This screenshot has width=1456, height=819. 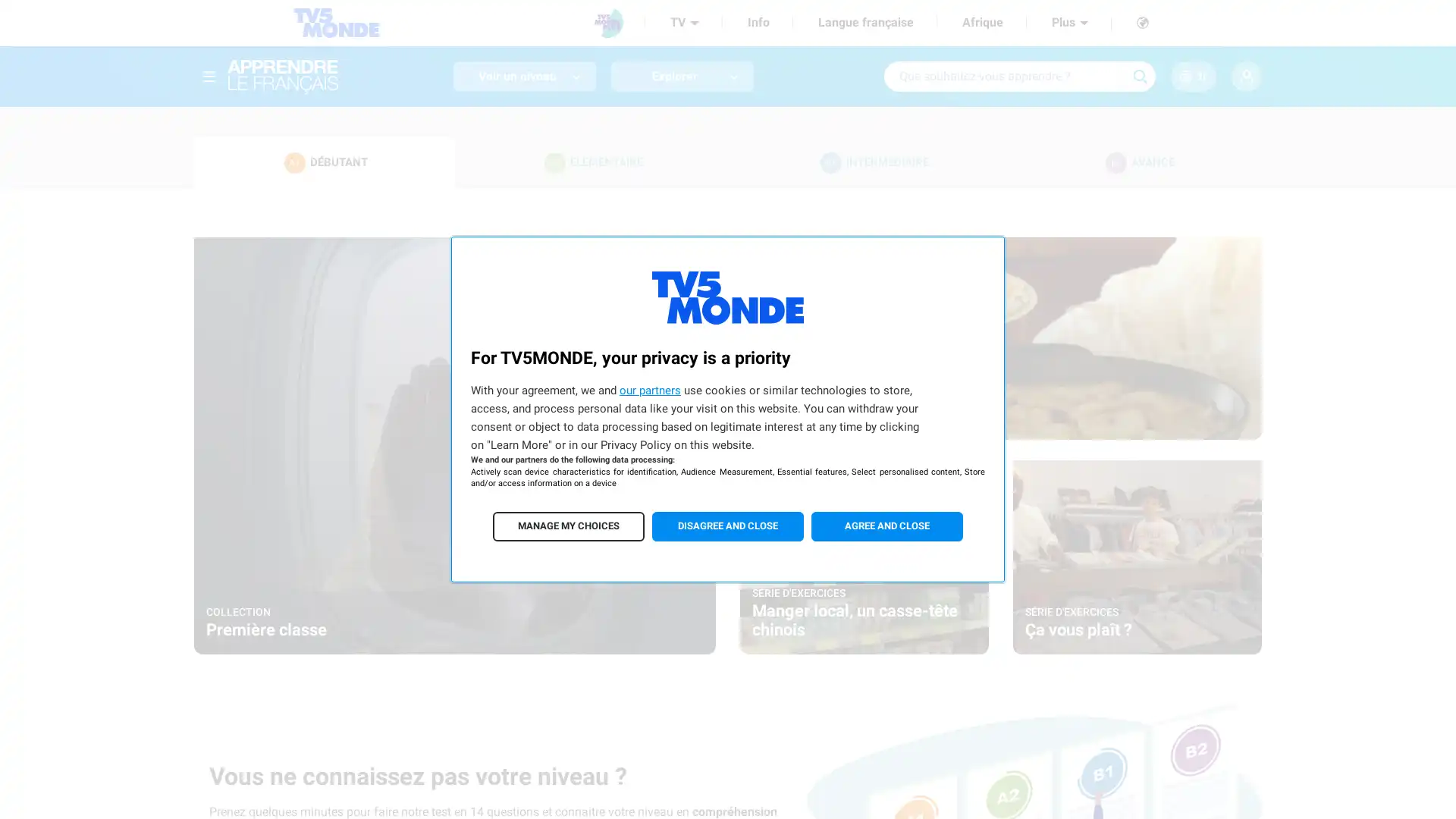 I want to click on Access my profile, so click(x=1246, y=76).